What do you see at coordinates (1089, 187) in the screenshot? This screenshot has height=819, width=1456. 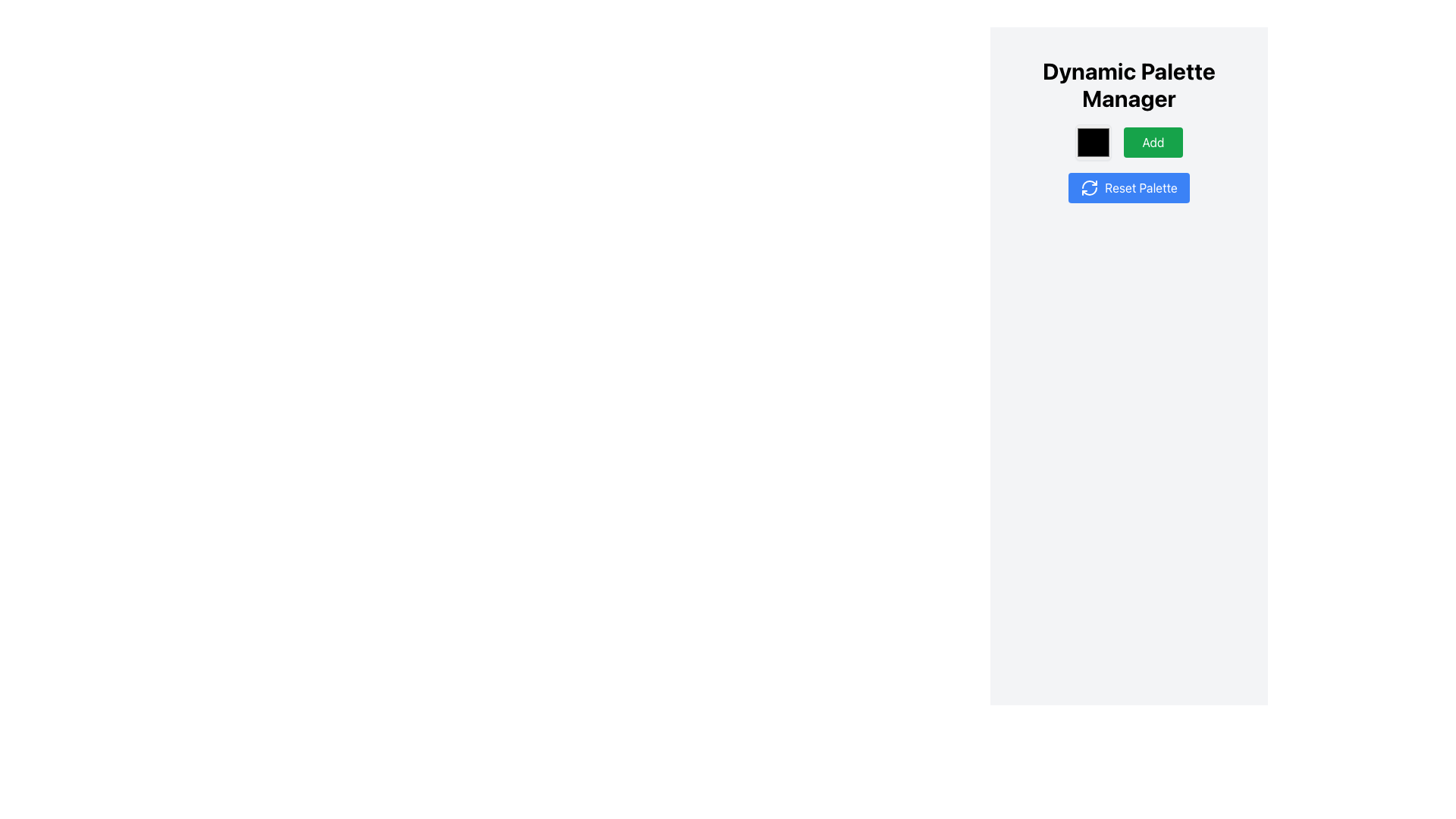 I see `the circular arrow icon representing the refresh action, located on the left side of the blue 'Reset Palette' button` at bounding box center [1089, 187].